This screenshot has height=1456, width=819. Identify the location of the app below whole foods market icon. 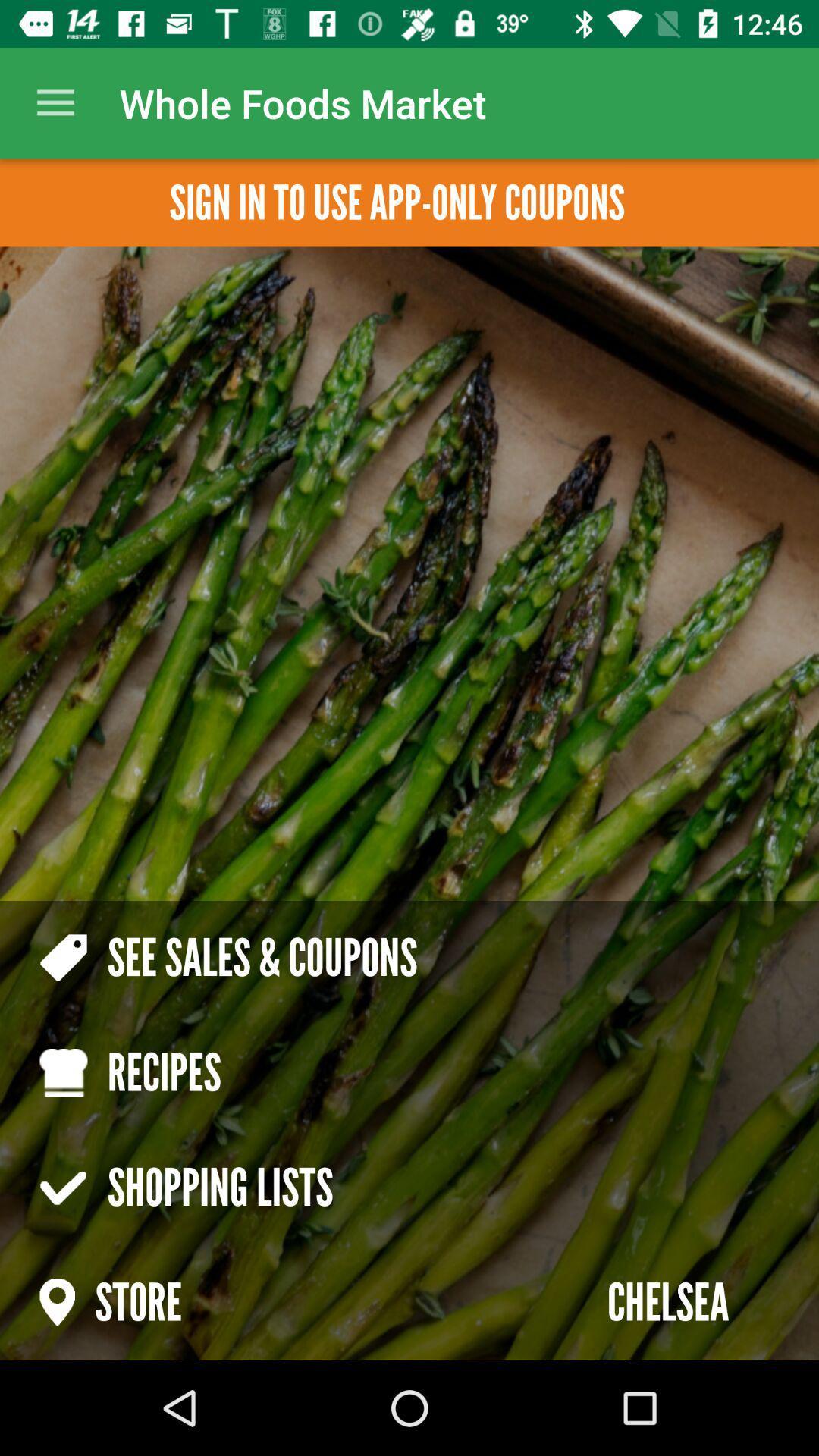
(396, 202).